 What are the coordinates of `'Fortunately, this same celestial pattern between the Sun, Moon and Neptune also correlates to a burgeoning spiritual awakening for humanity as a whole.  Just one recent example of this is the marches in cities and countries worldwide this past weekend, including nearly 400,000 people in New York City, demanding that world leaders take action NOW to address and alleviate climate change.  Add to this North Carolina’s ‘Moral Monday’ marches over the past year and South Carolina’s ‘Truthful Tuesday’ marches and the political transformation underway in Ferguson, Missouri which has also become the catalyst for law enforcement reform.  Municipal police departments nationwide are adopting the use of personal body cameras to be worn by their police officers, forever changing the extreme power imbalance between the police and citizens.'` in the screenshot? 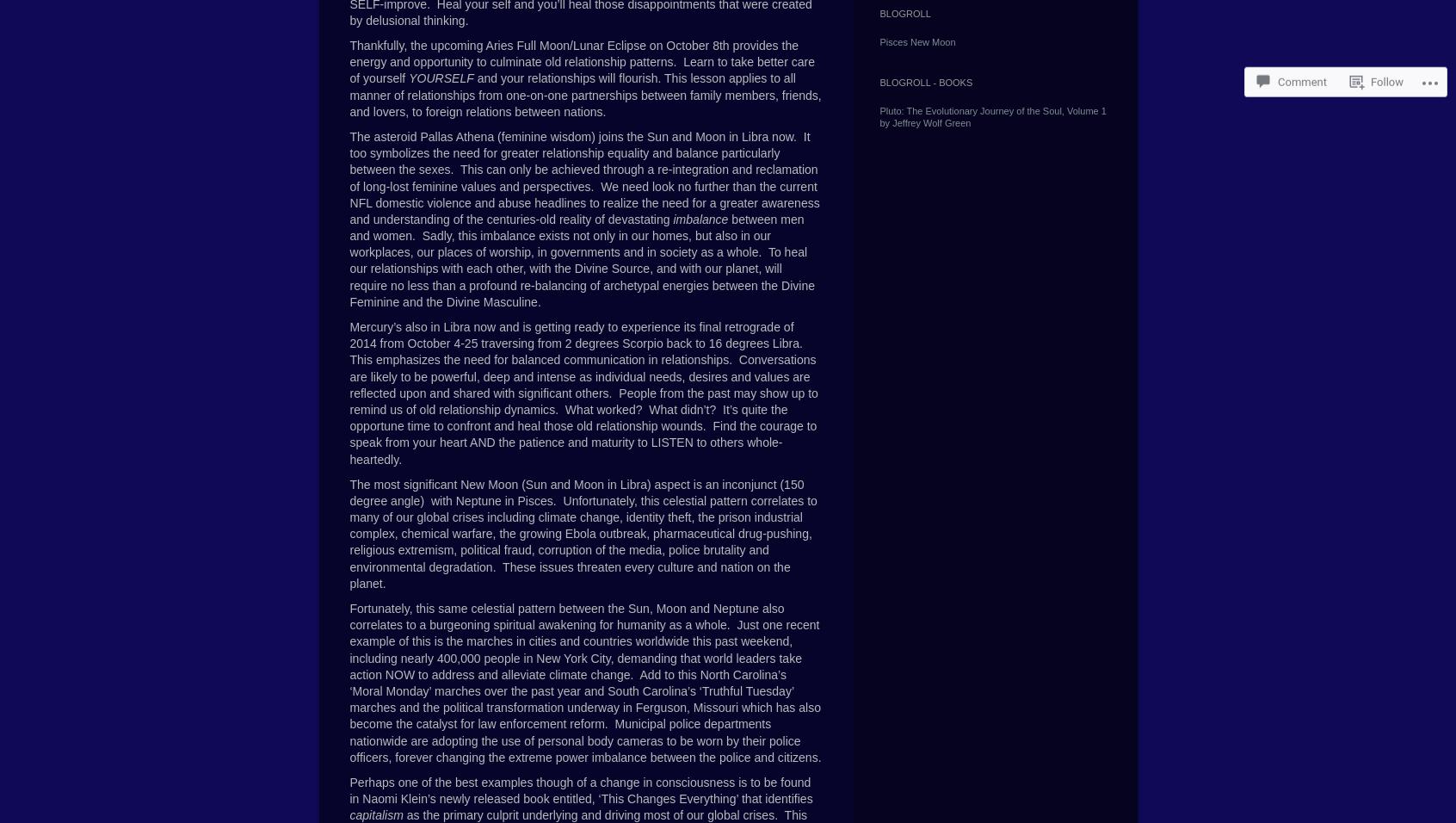 It's located at (585, 682).